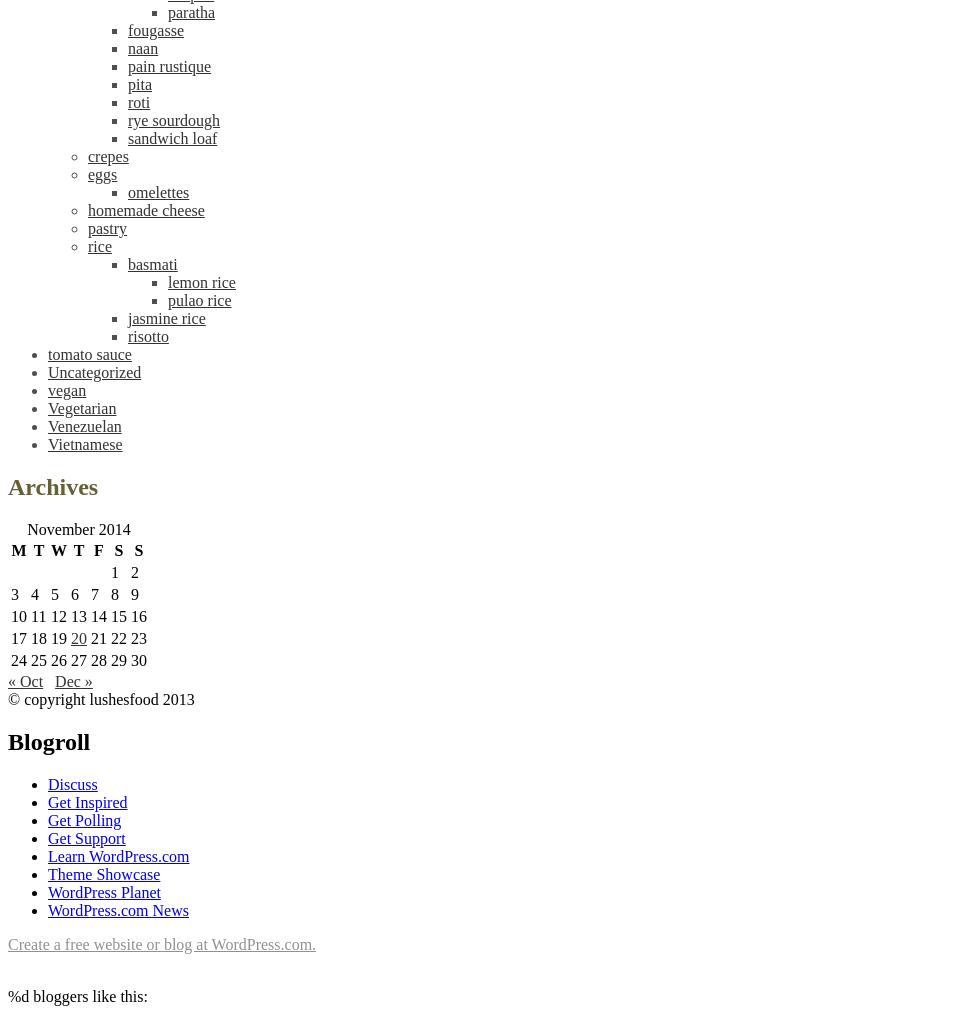 This screenshot has width=968, height=1022. Describe the element at coordinates (126, 101) in the screenshot. I see `'roti'` at that location.